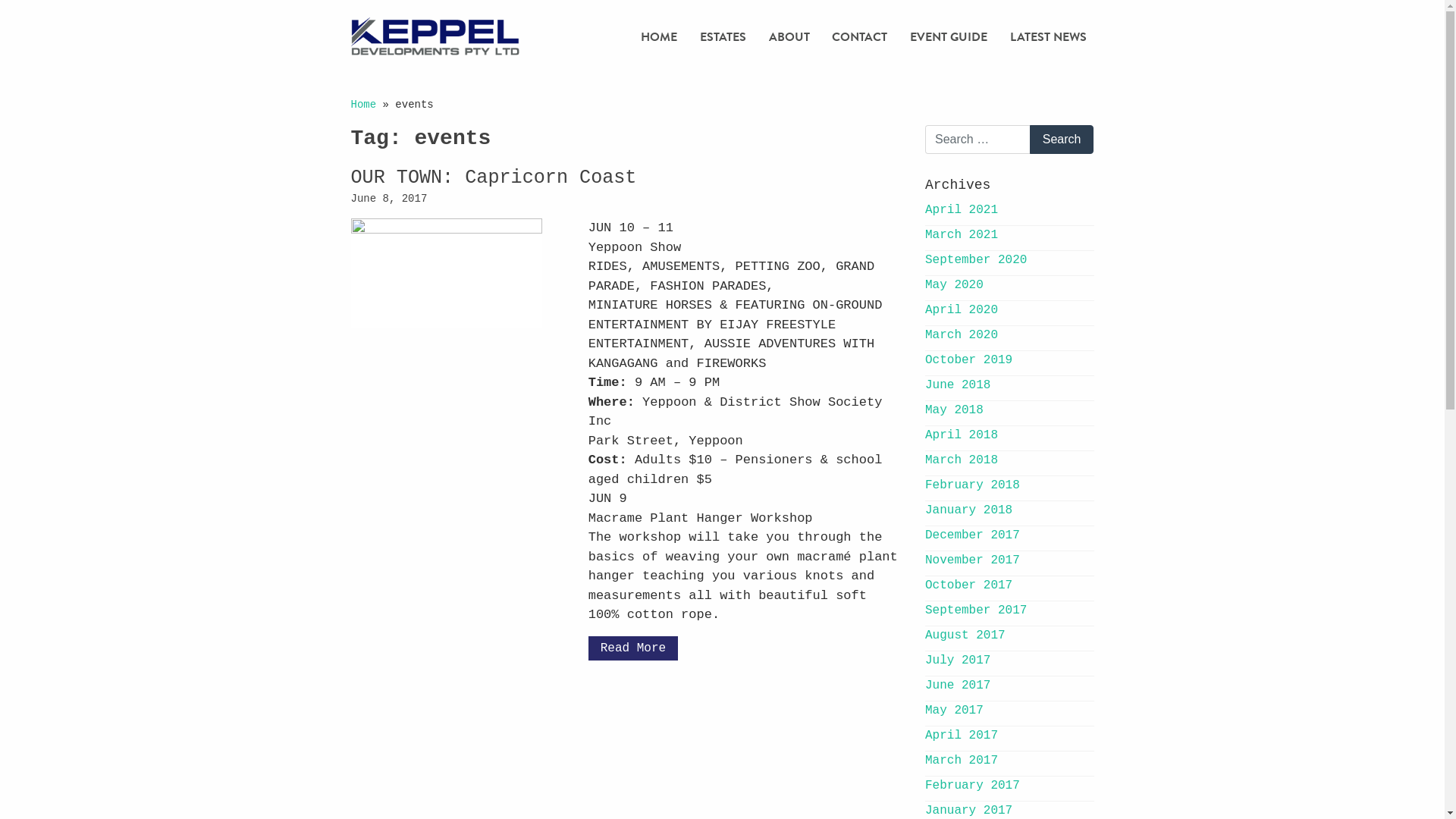 Image resolution: width=1456 pixels, height=819 pixels. Describe the element at coordinates (960, 459) in the screenshot. I see `'March 2018'` at that location.